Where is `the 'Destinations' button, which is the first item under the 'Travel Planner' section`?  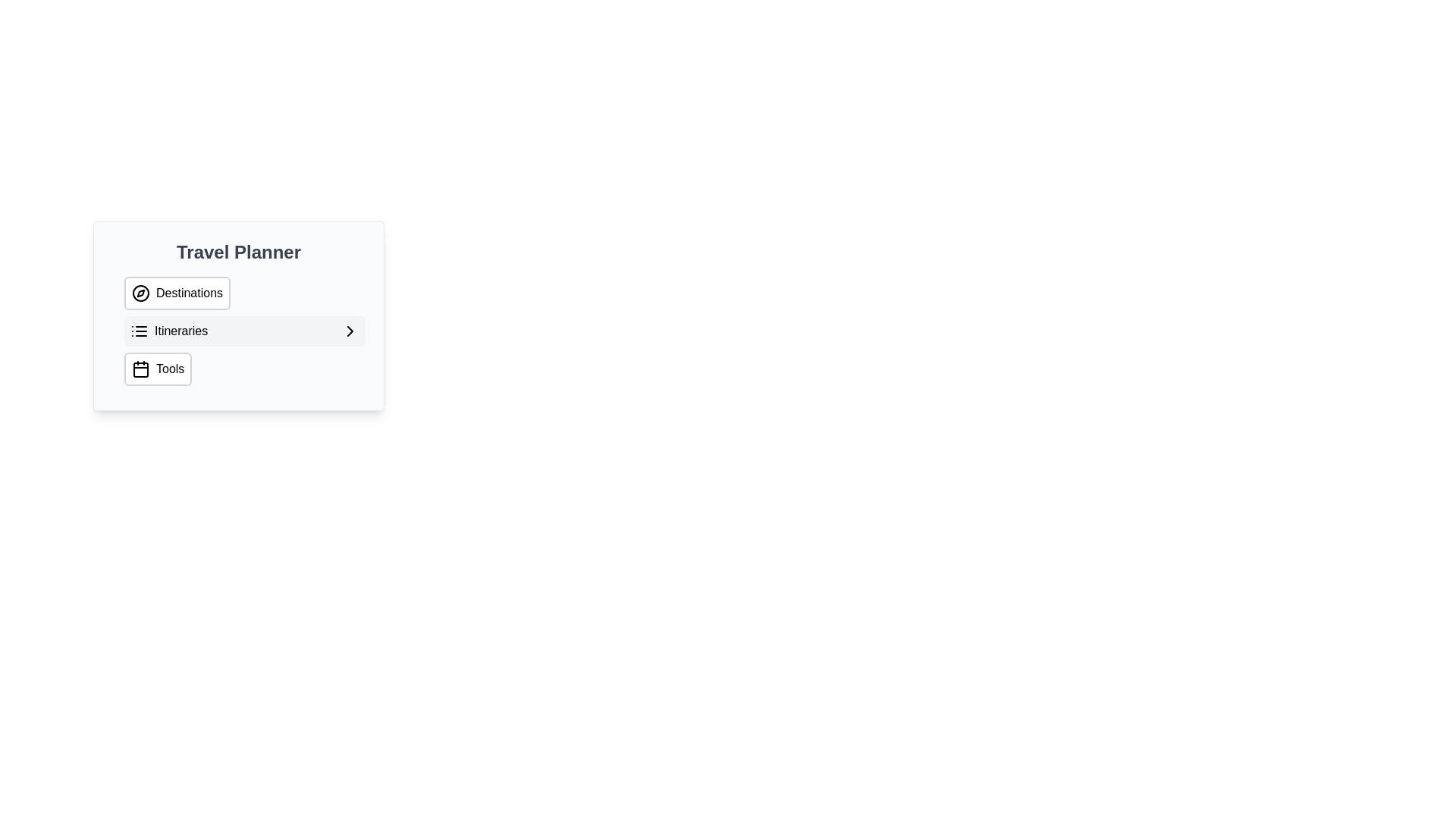
the 'Destinations' button, which is the first item under the 'Travel Planner' section is located at coordinates (244, 293).